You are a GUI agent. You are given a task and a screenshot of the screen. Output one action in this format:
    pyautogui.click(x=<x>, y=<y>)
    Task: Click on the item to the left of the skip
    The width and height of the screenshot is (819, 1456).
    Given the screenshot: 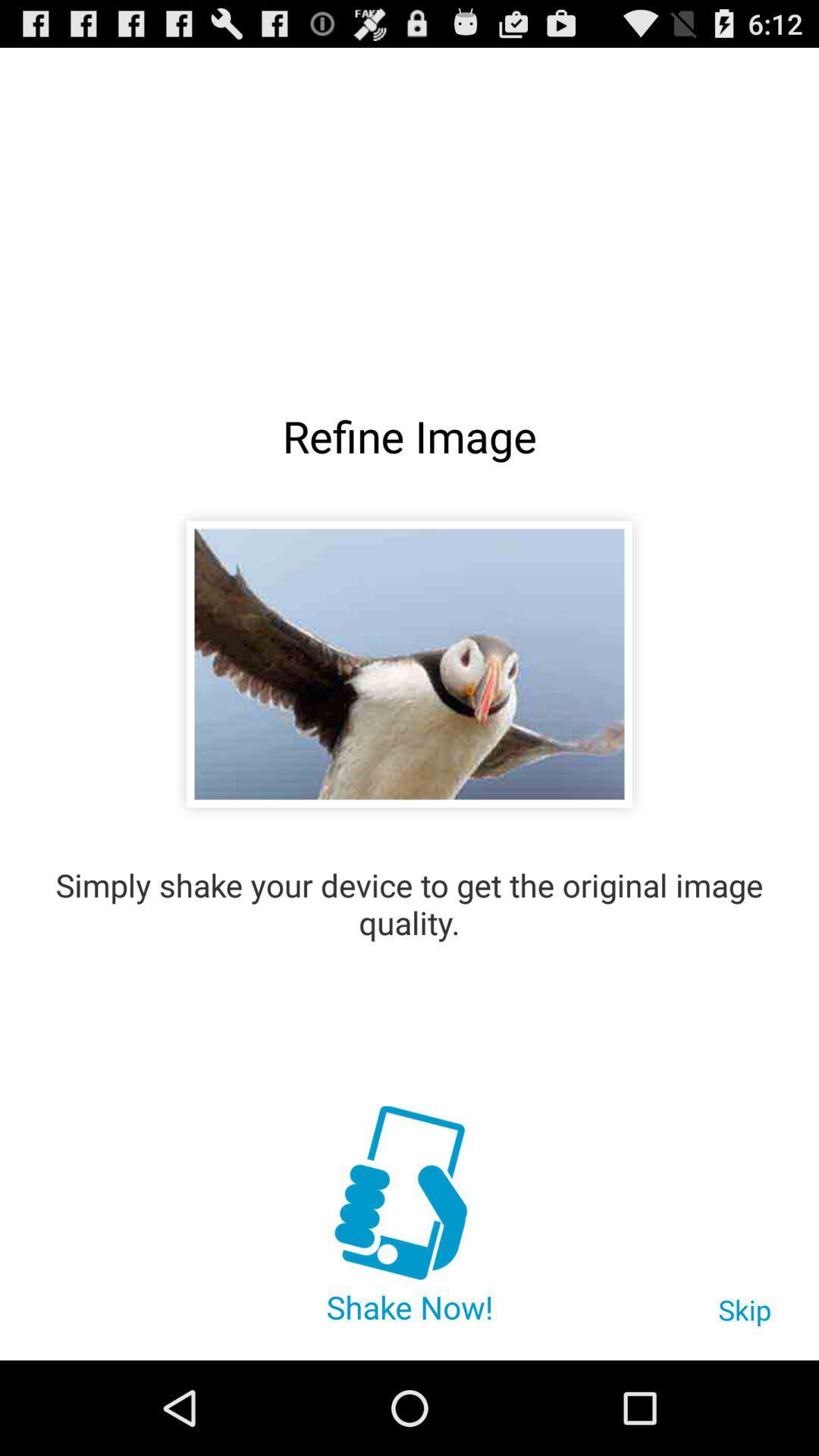 What is the action you would take?
    pyautogui.click(x=408, y=1194)
    